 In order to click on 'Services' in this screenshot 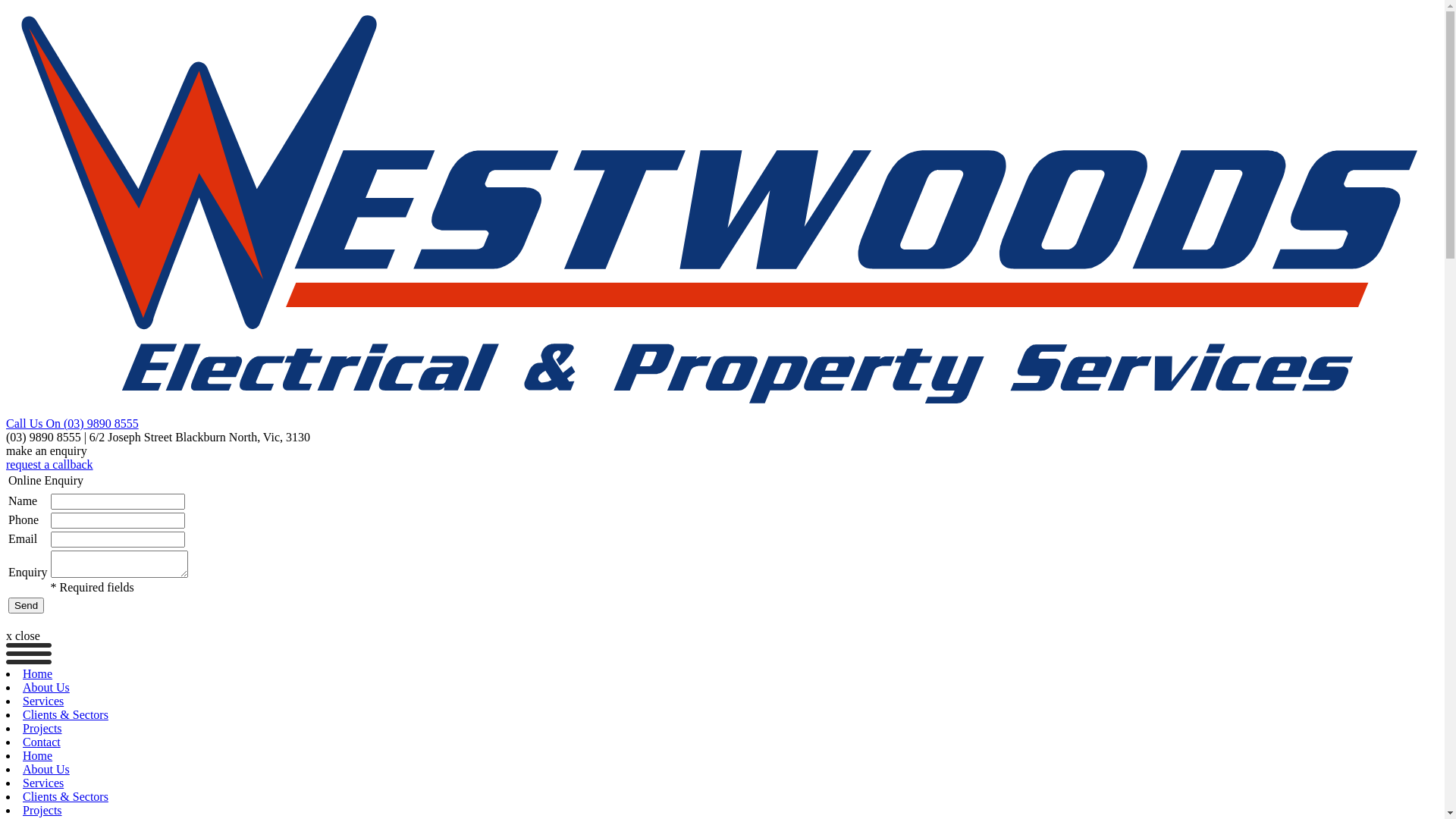, I will do `click(43, 783)`.